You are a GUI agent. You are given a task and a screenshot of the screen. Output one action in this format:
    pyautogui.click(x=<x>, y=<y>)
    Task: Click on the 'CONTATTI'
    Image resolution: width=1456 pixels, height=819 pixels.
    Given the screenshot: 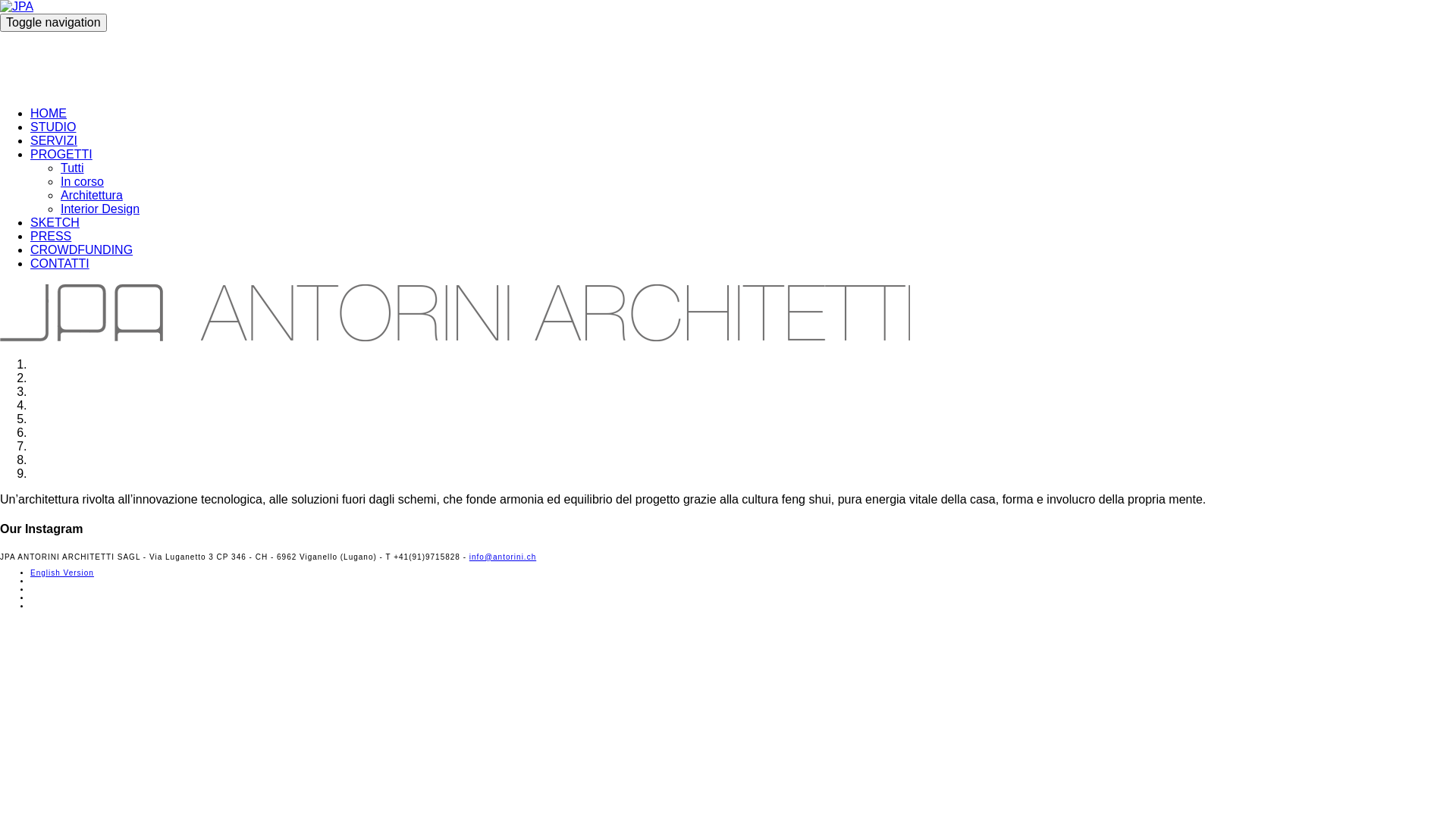 What is the action you would take?
    pyautogui.click(x=59, y=262)
    